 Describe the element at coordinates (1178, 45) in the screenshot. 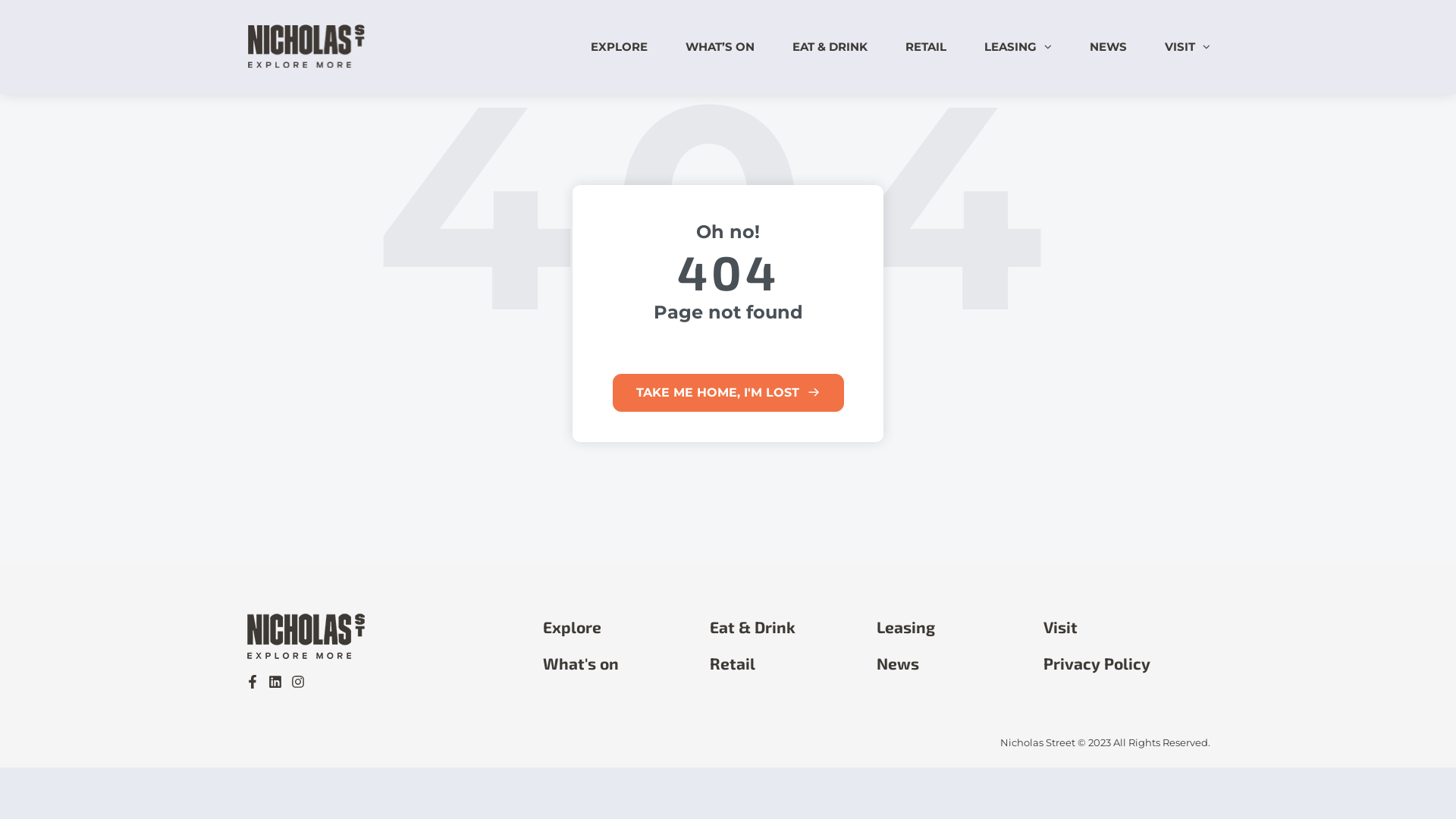

I see `'VISIT'` at that location.